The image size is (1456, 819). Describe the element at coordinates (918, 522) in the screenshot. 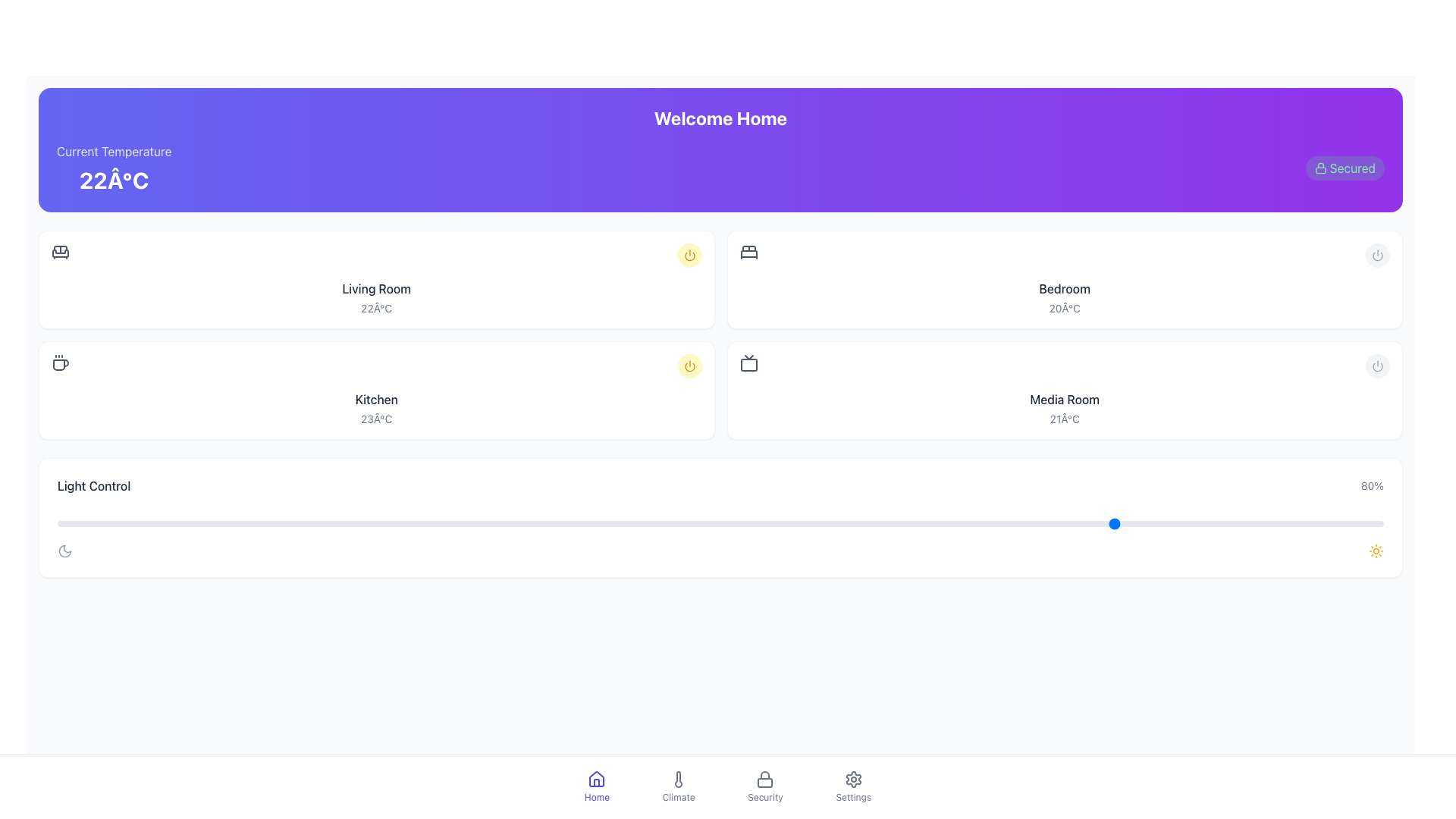

I see `the slider` at that location.